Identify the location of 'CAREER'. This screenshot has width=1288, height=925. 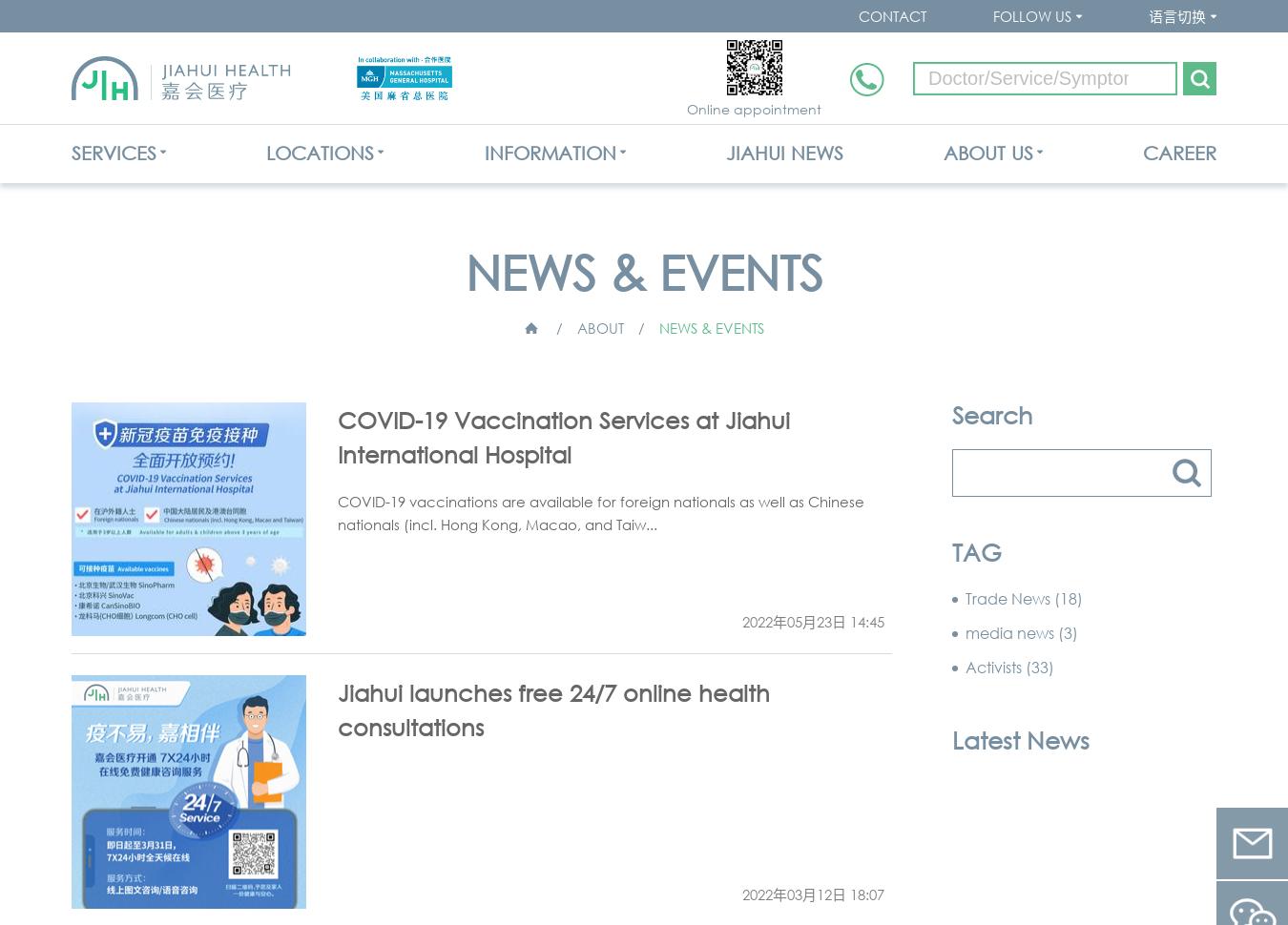
(1177, 152).